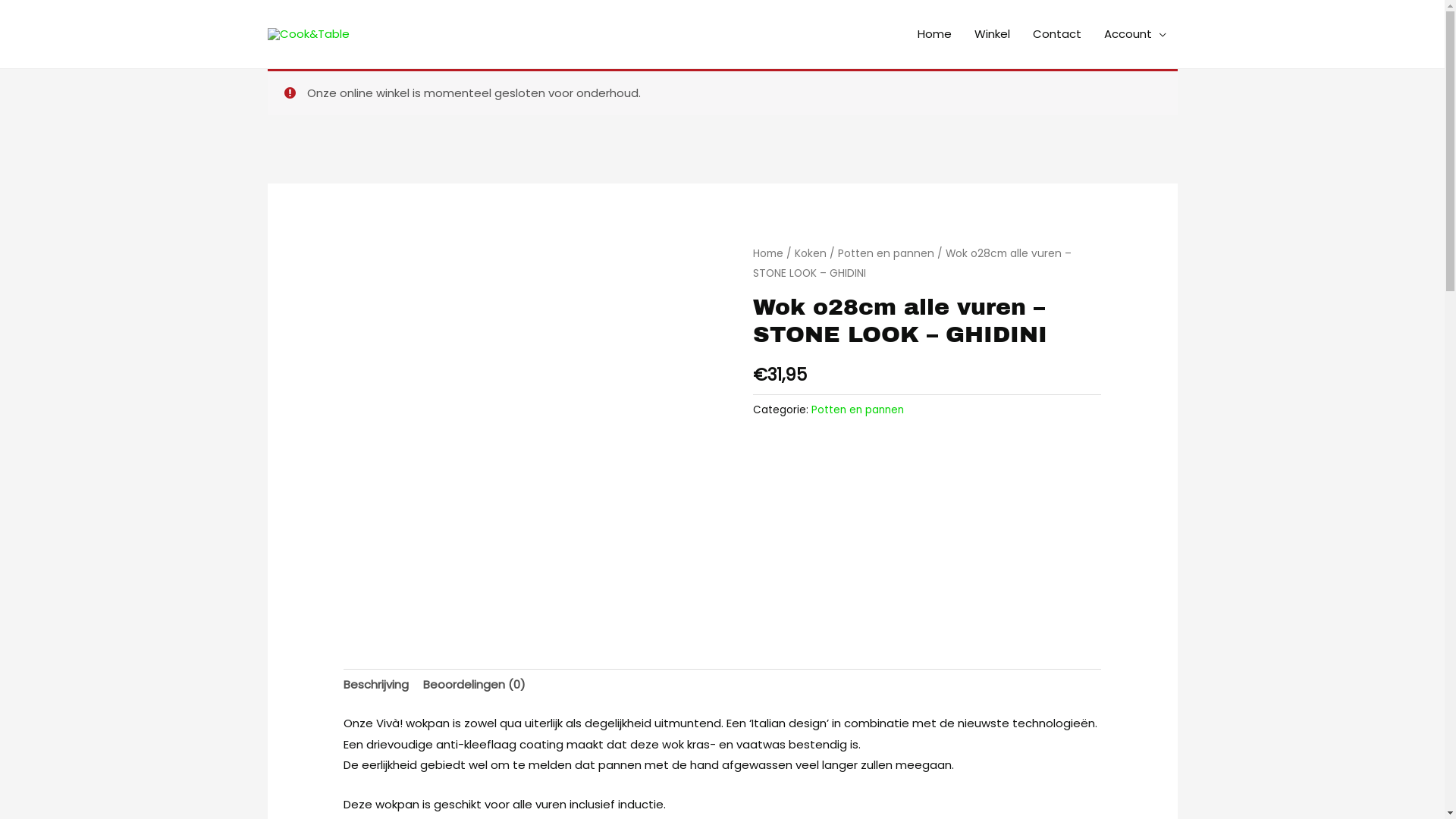 The width and height of the screenshot is (1456, 819). Describe the element at coordinates (767, 253) in the screenshot. I see `'Home'` at that location.